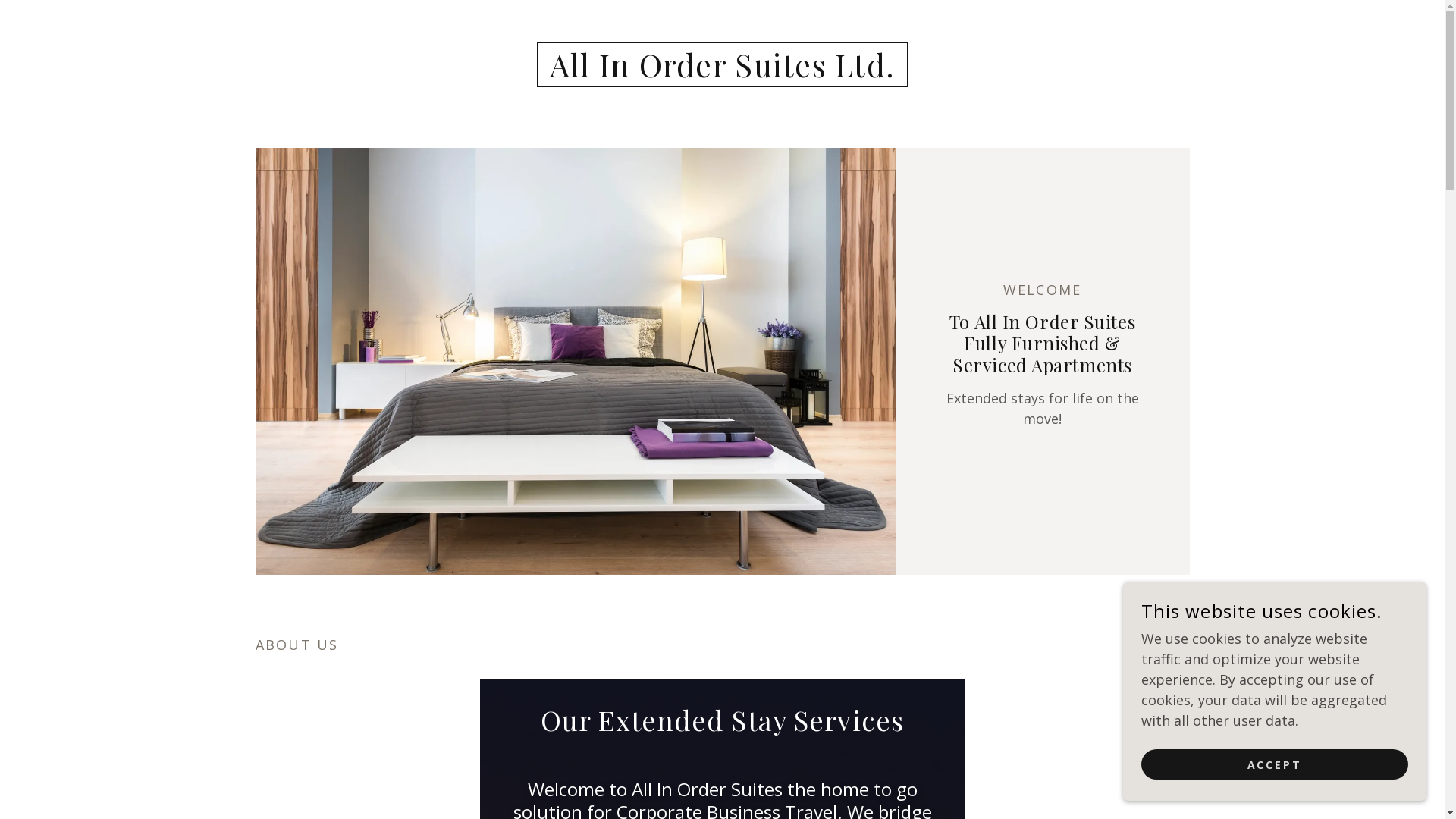 This screenshot has width=1456, height=819. I want to click on 'All In Order Suites Ltd.', so click(722, 72).